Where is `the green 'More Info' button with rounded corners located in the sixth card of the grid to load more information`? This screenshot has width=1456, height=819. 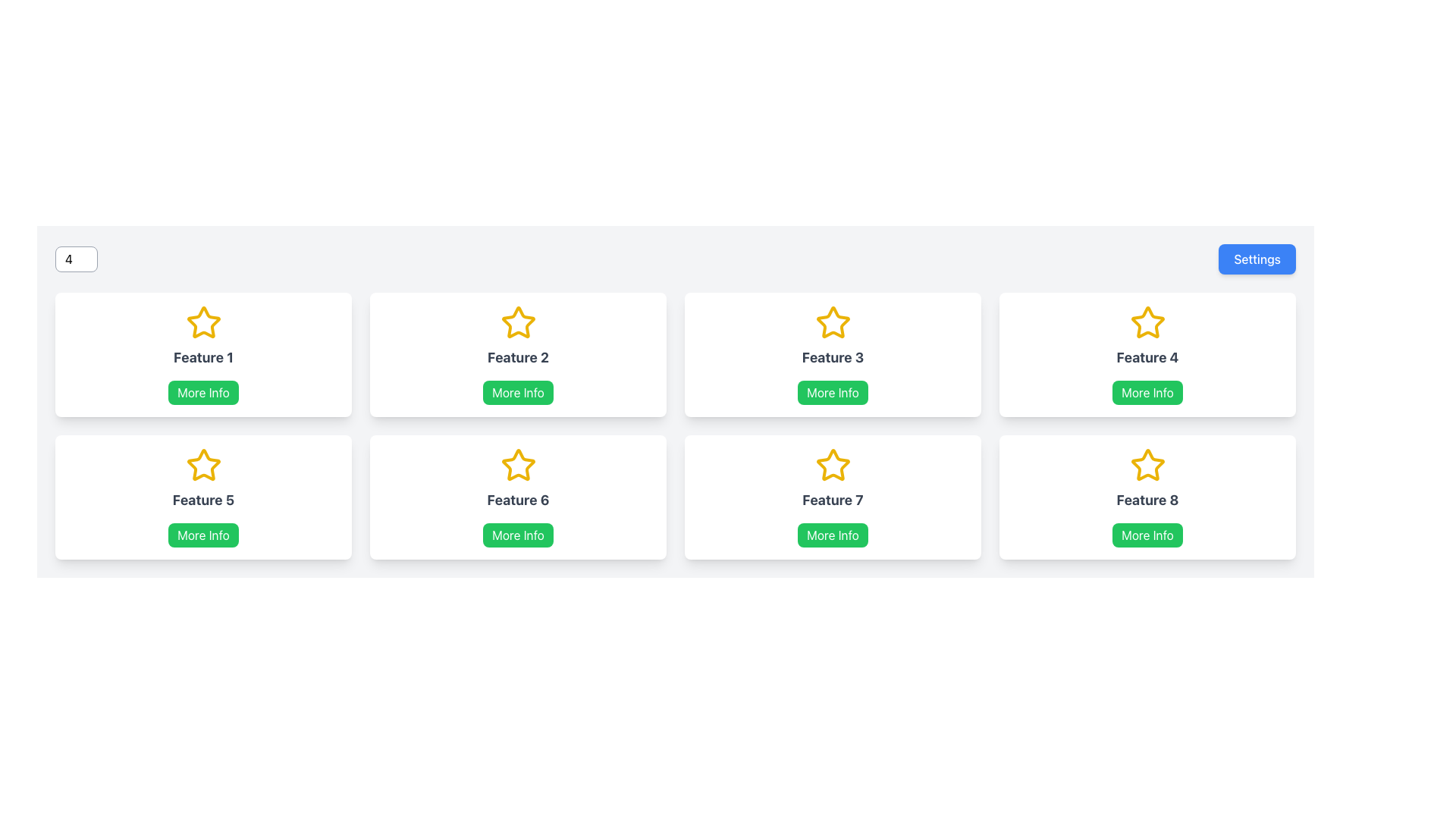 the green 'More Info' button with rounded corners located in the sixth card of the grid to load more information is located at coordinates (518, 534).